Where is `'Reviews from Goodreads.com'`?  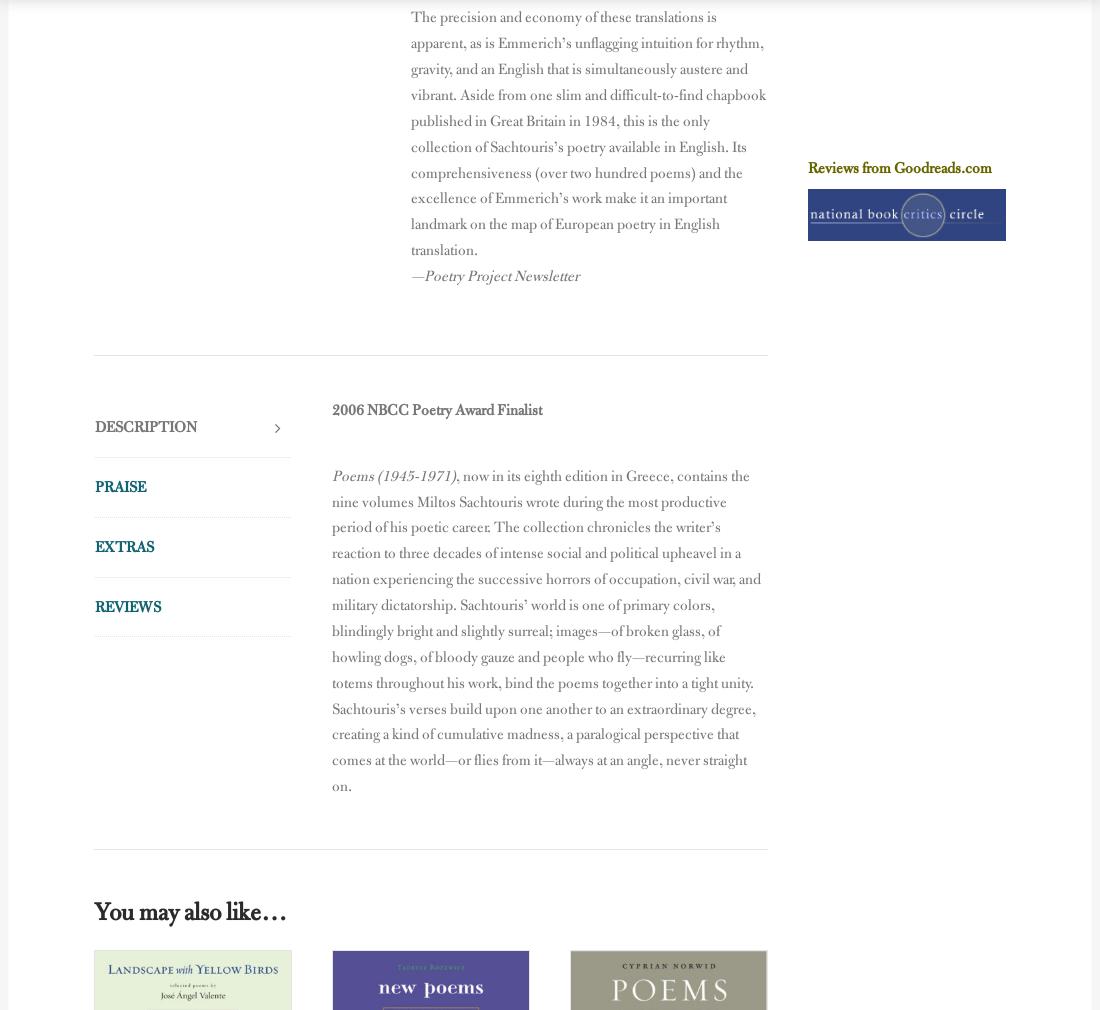
'Reviews from Goodreads.com' is located at coordinates (899, 166).